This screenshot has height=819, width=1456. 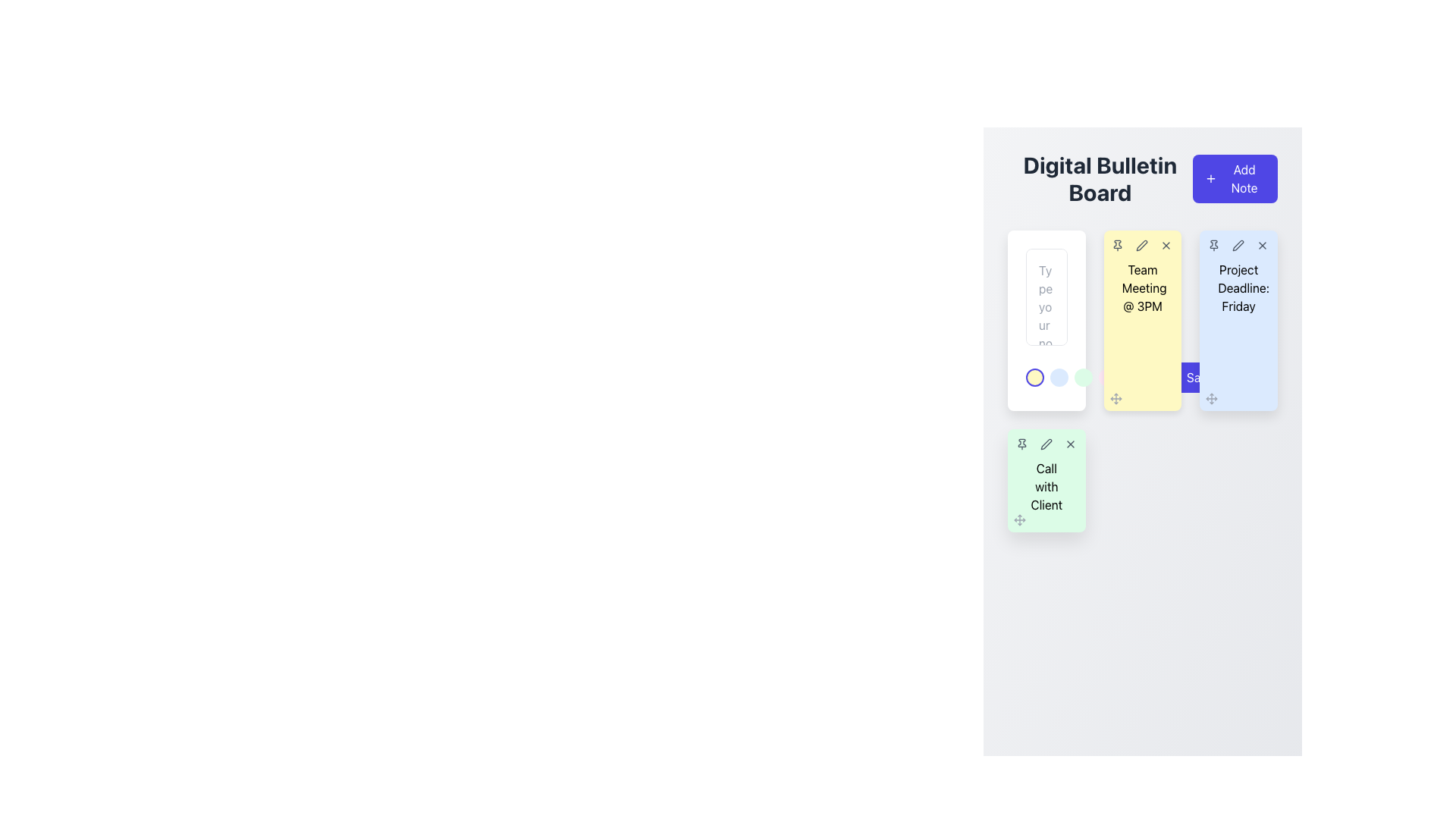 What do you see at coordinates (1083, 376) in the screenshot?
I see `the third circular button with a green background located in a horizontal row of similar buttons at the bottom-left of the white rectangular card` at bounding box center [1083, 376].